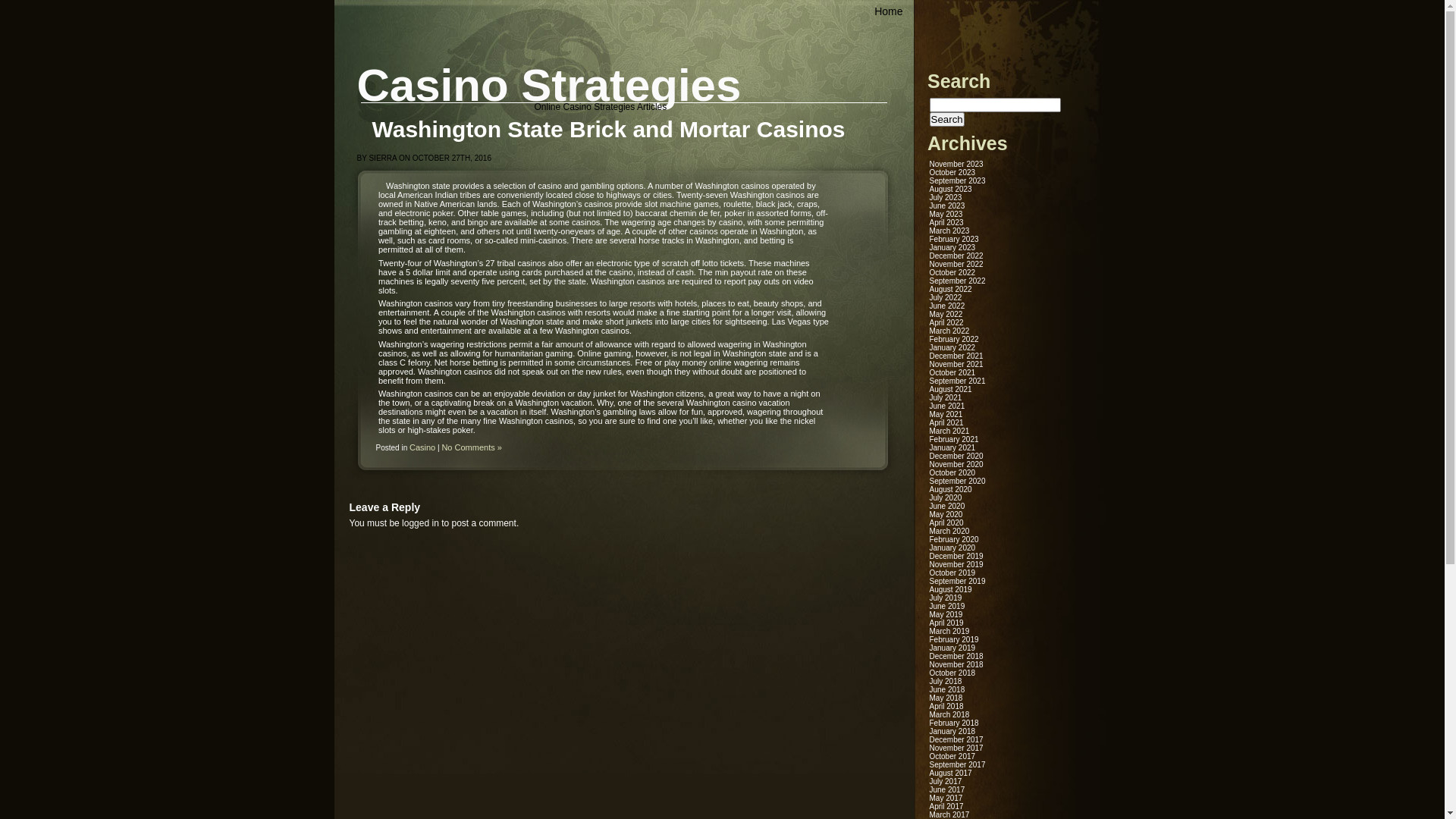  What do you see at coordinates (956, 481) in the screenshot?
I see `'September 2020'` at bounding box center [956, 481].